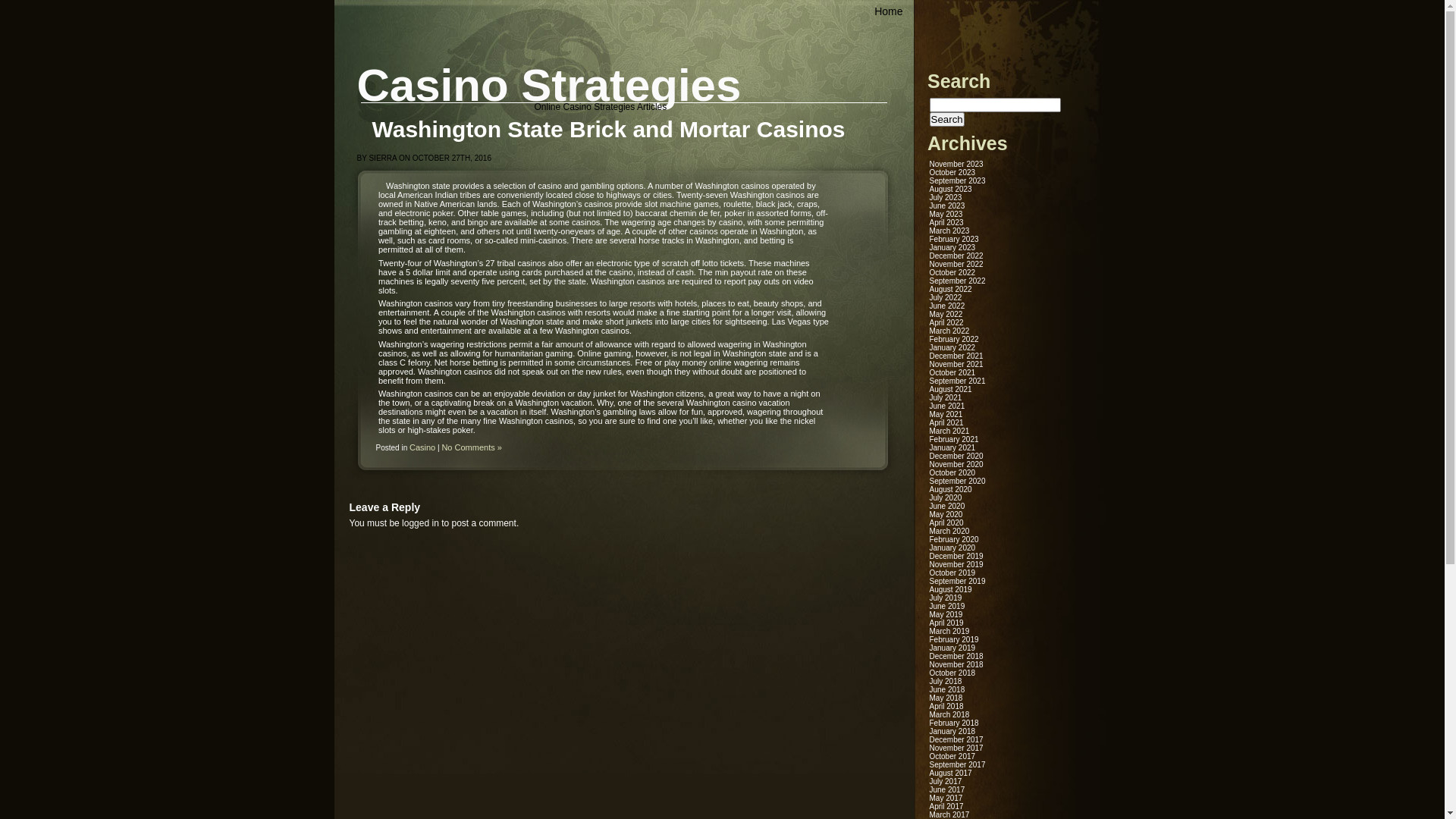  What do you see at coordinates (956, 481) in the screenshot?
I see `'September 2020'` at bounding box center [956, 481].